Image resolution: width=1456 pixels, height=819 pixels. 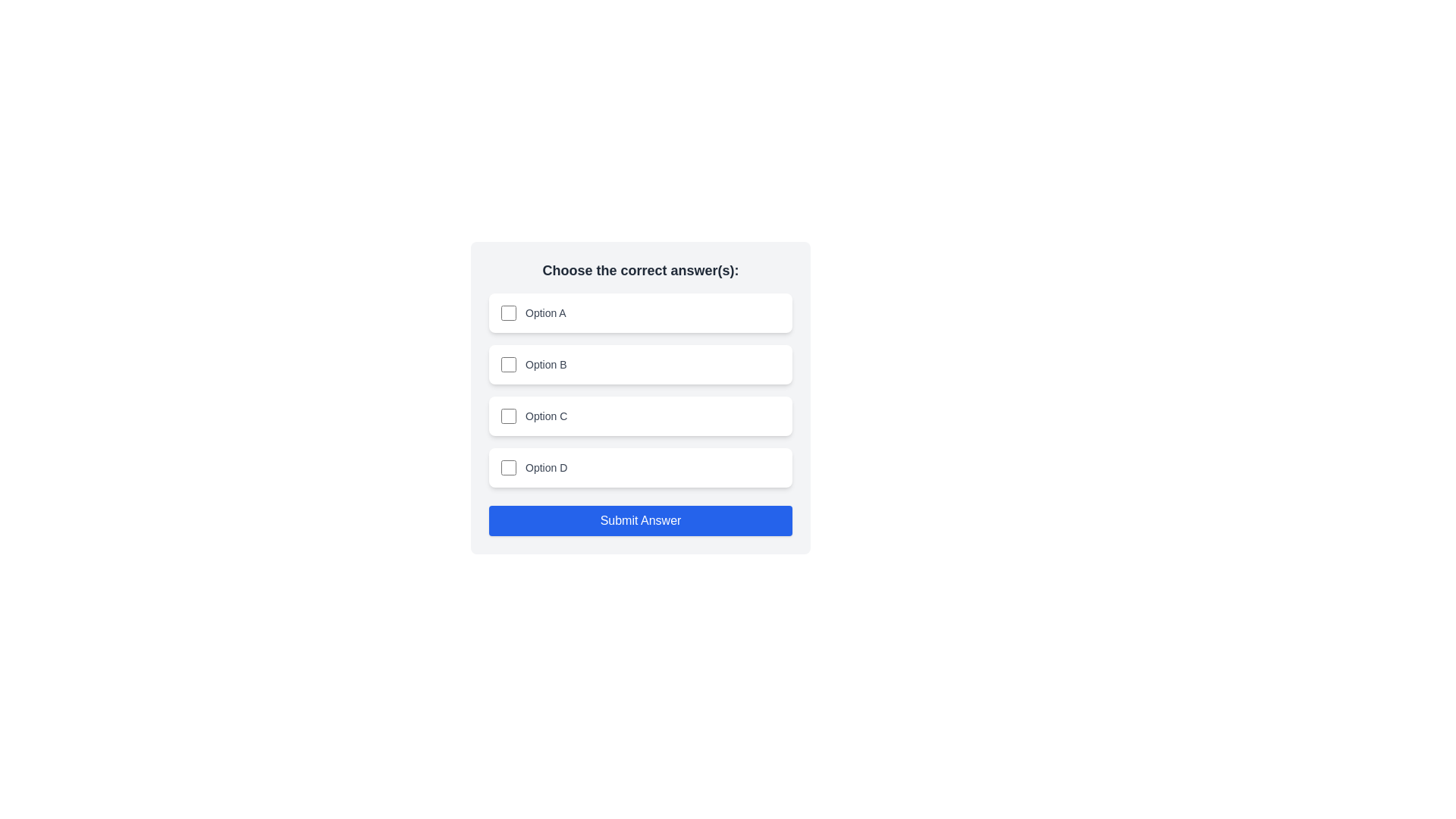 What do you see at coordinates (640, 519) in the screenshot?
I see `the 'Submit Answer' button to submit the selected answers` at bounding box center [640, 519].